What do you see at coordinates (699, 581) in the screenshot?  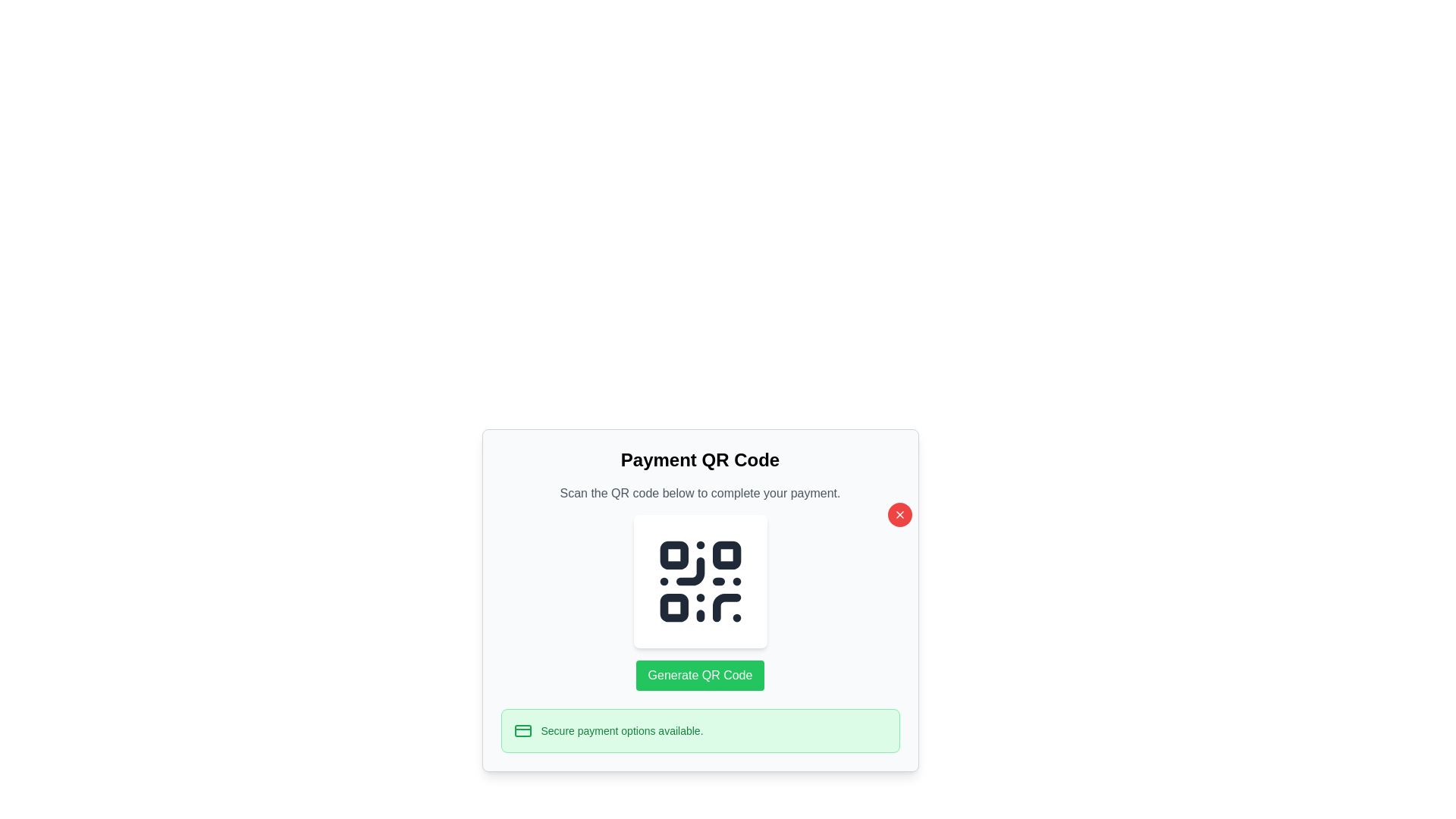 I see `the QR code displayed prominently above the green button labeled 'Generate QR Code' within the card-like component` at bounding box center [699, 581].